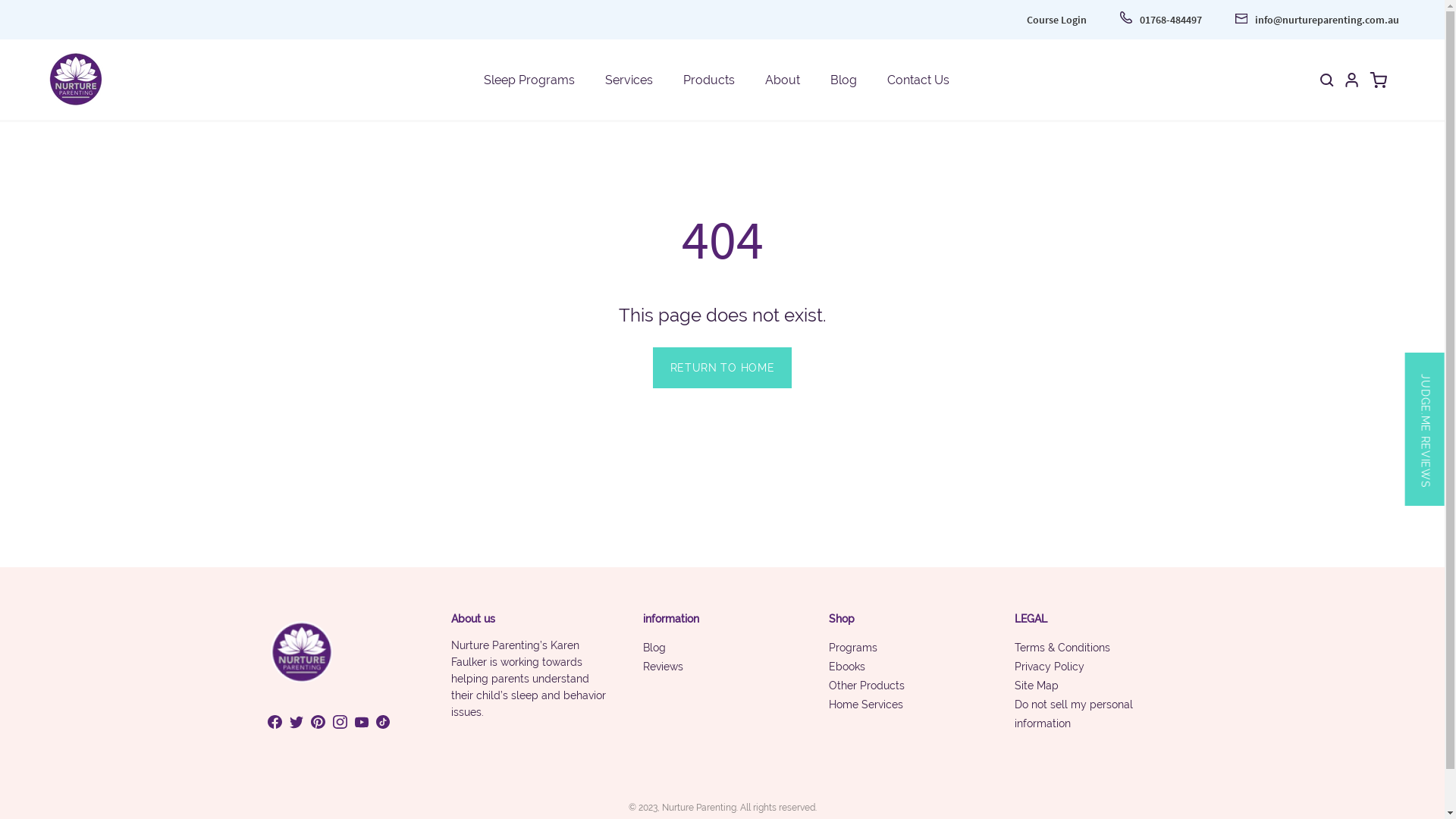 The width and height of the screenshot is (1456, 819). What do you see at coordinates (654, 647) in the screenshot?
I see `'Blog'` at bounding box center [654, 647].